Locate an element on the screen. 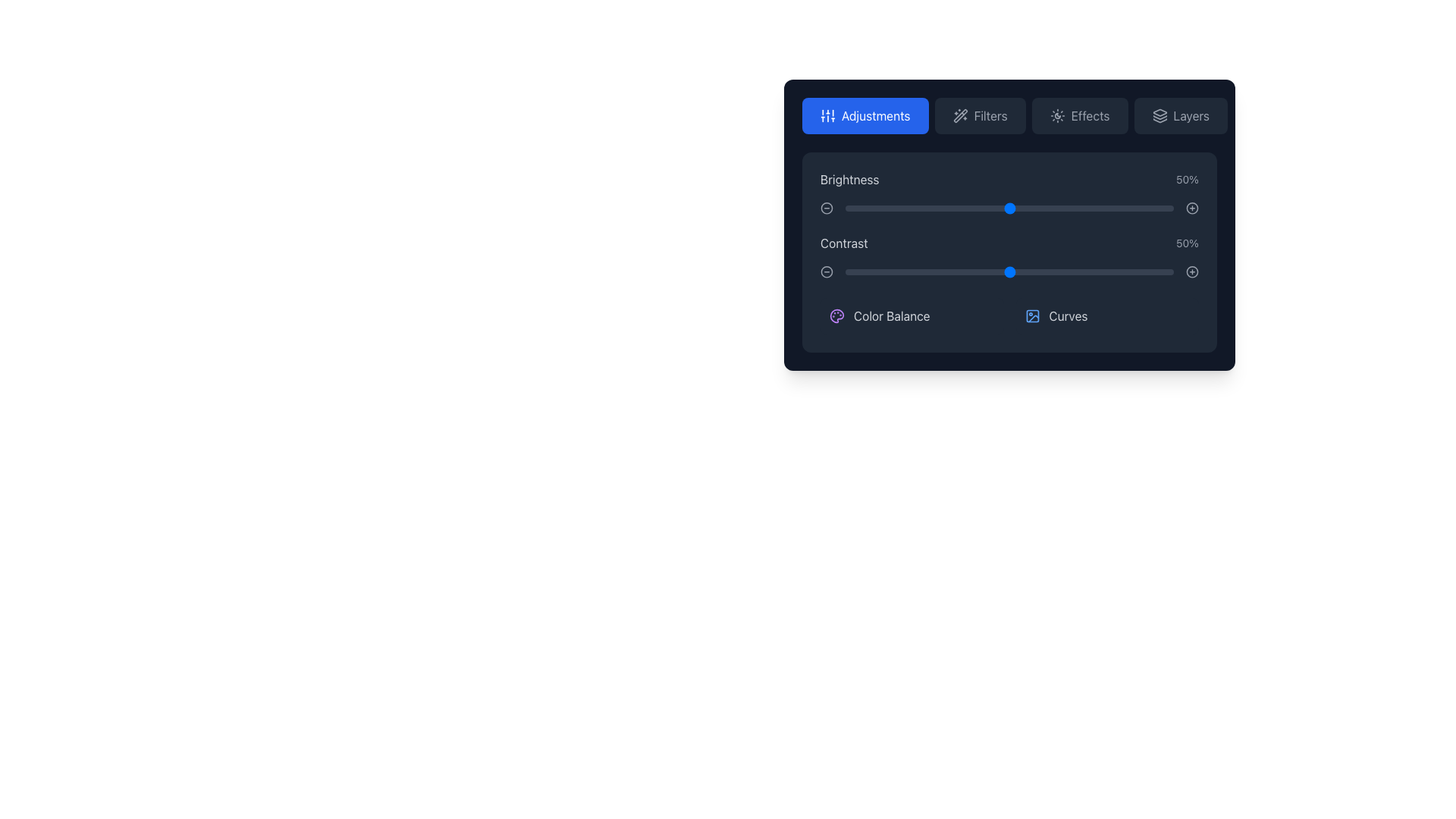 The width and height of the screenshot is (1456, 819). the 'Layers' icon, which is a concise icon resembling stacked layers or sheets with thin white outlines on a dark gray background is located at coordinates (1159, 115).